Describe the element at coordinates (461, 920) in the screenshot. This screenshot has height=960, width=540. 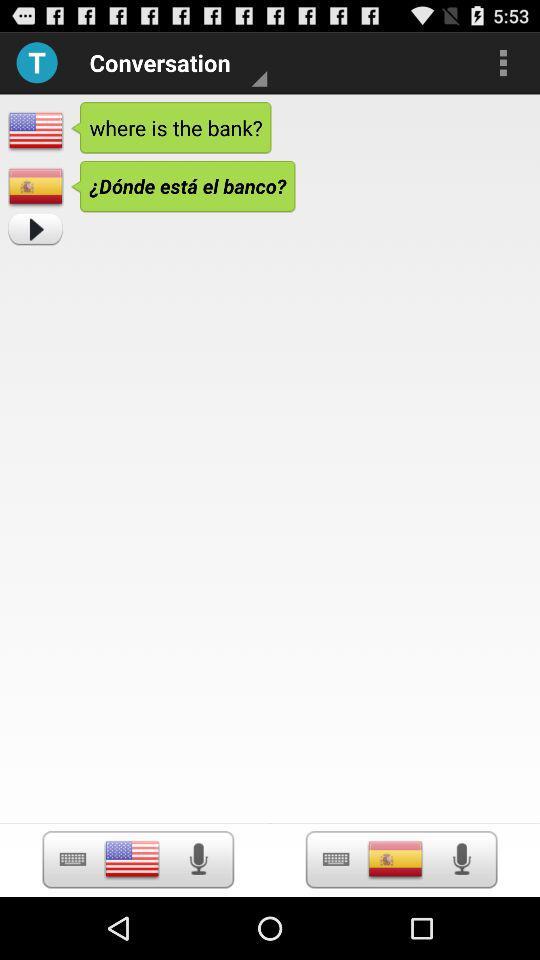
I see `the microphone icon` at that location.